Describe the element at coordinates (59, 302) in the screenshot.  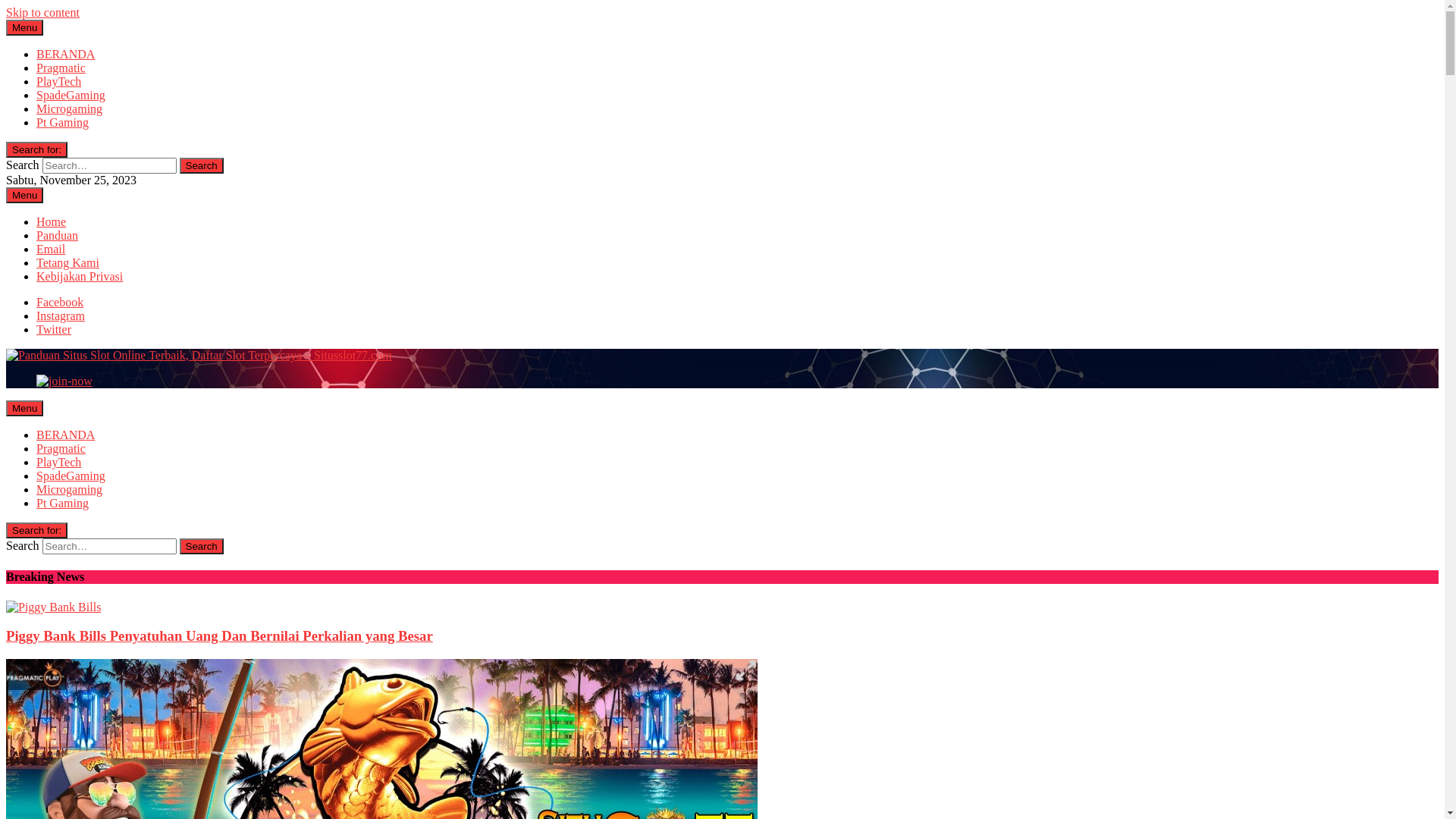
I see `'Facebook'` at that location.